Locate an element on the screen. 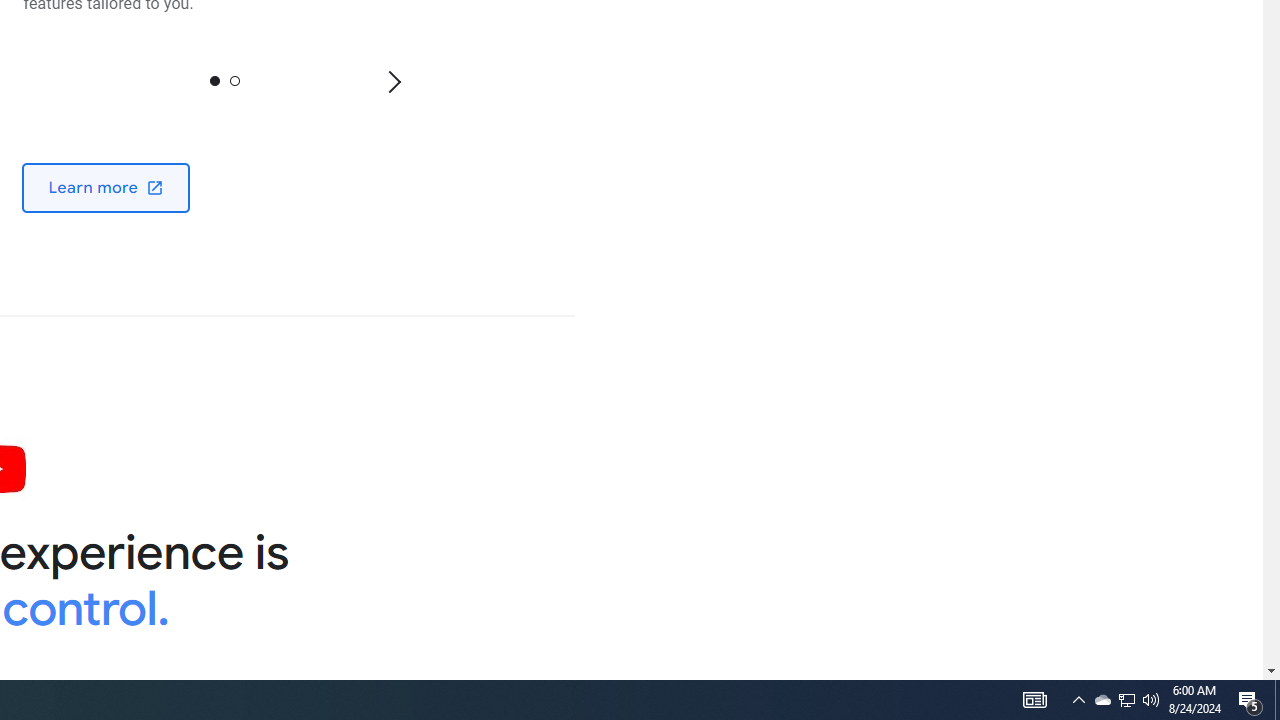 The width and height of the screenshot is (1280, 720). '0' is located at coordinates (215, 79).